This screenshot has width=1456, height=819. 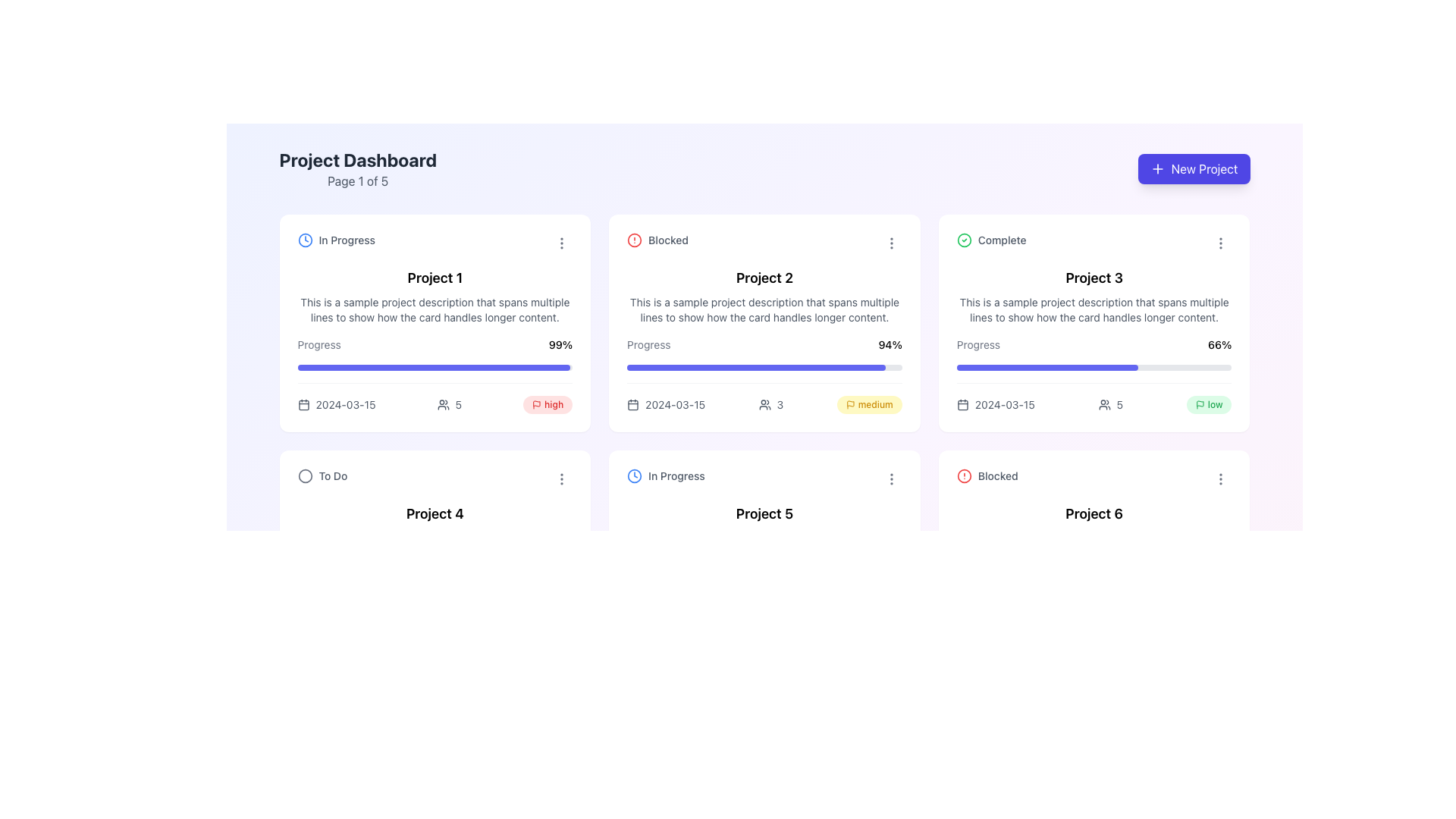 What do you see at coordinates (635, 239) in the screenshot?
I see `the alert icon indicating the project status as 'Blocked', located at the top-left corner of the card for 'Project 2'` at bounding box center [635, 239].